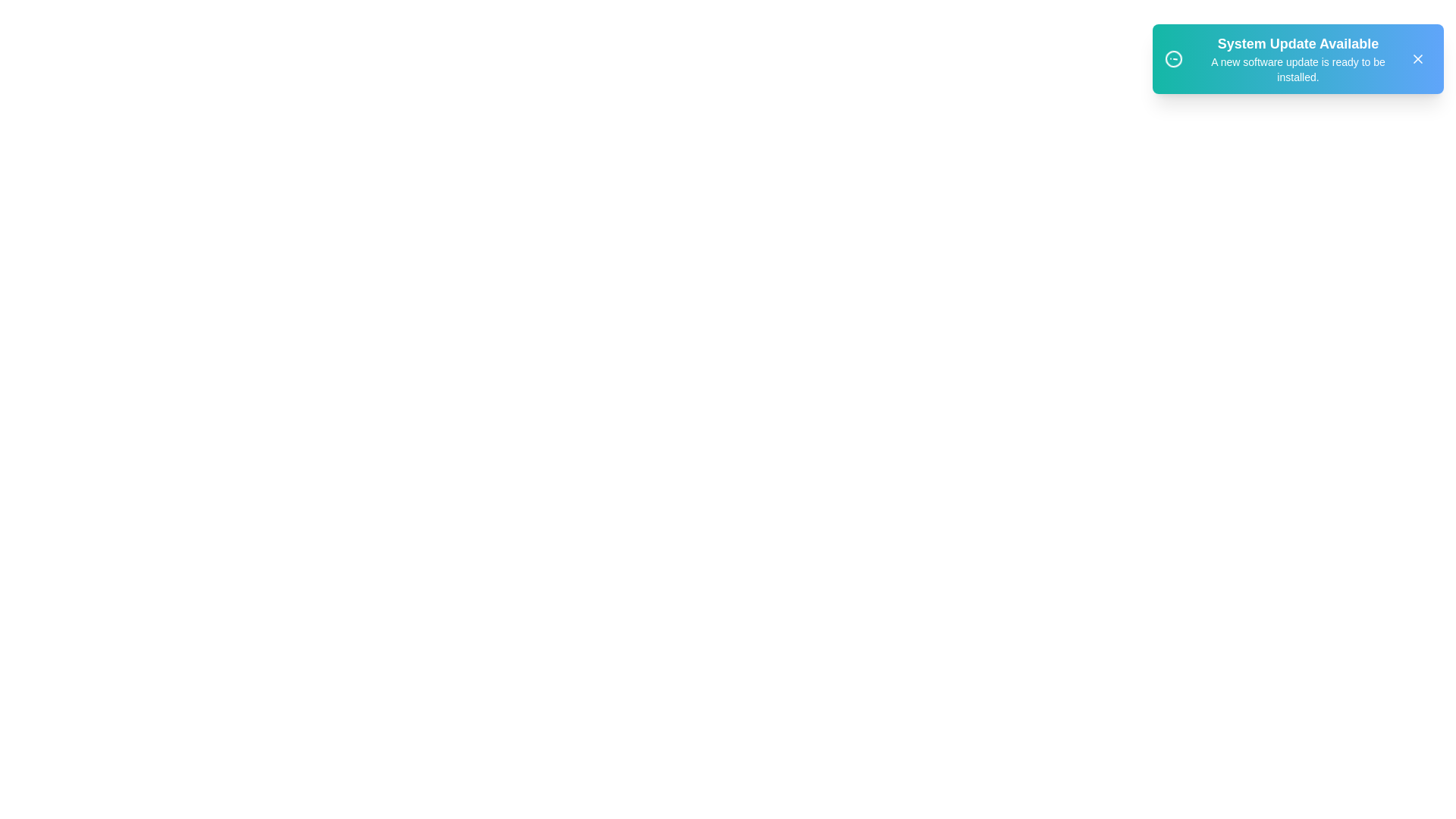 The image size is (1456, 819). Describe the element at coordinates (1417, 58) in the screenshot. I see `the close button to dismiss the snackbar` at that location.